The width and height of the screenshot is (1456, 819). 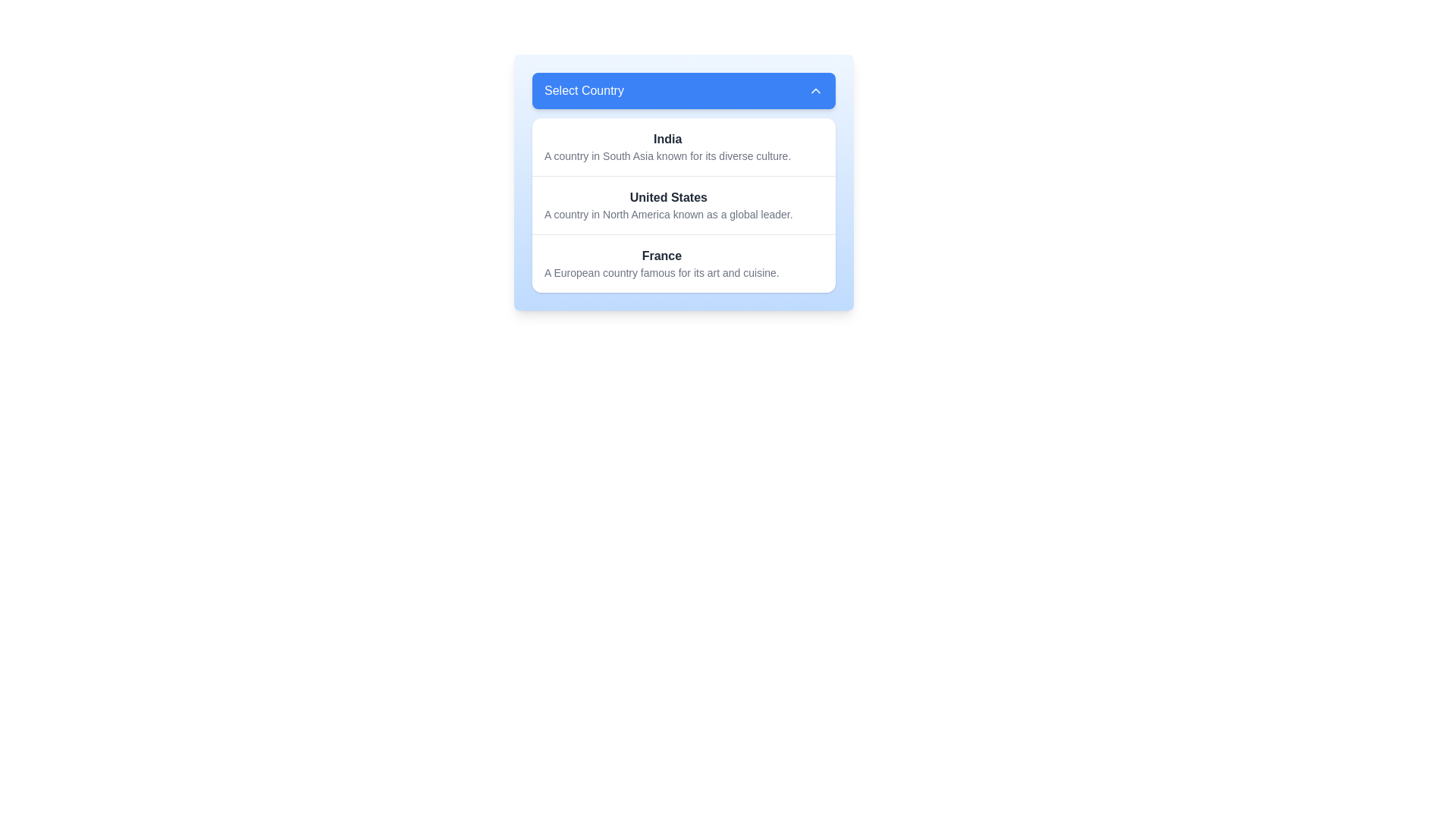 I want to click on the first selectable list item displaying 'India', so click(x=683, y=146).